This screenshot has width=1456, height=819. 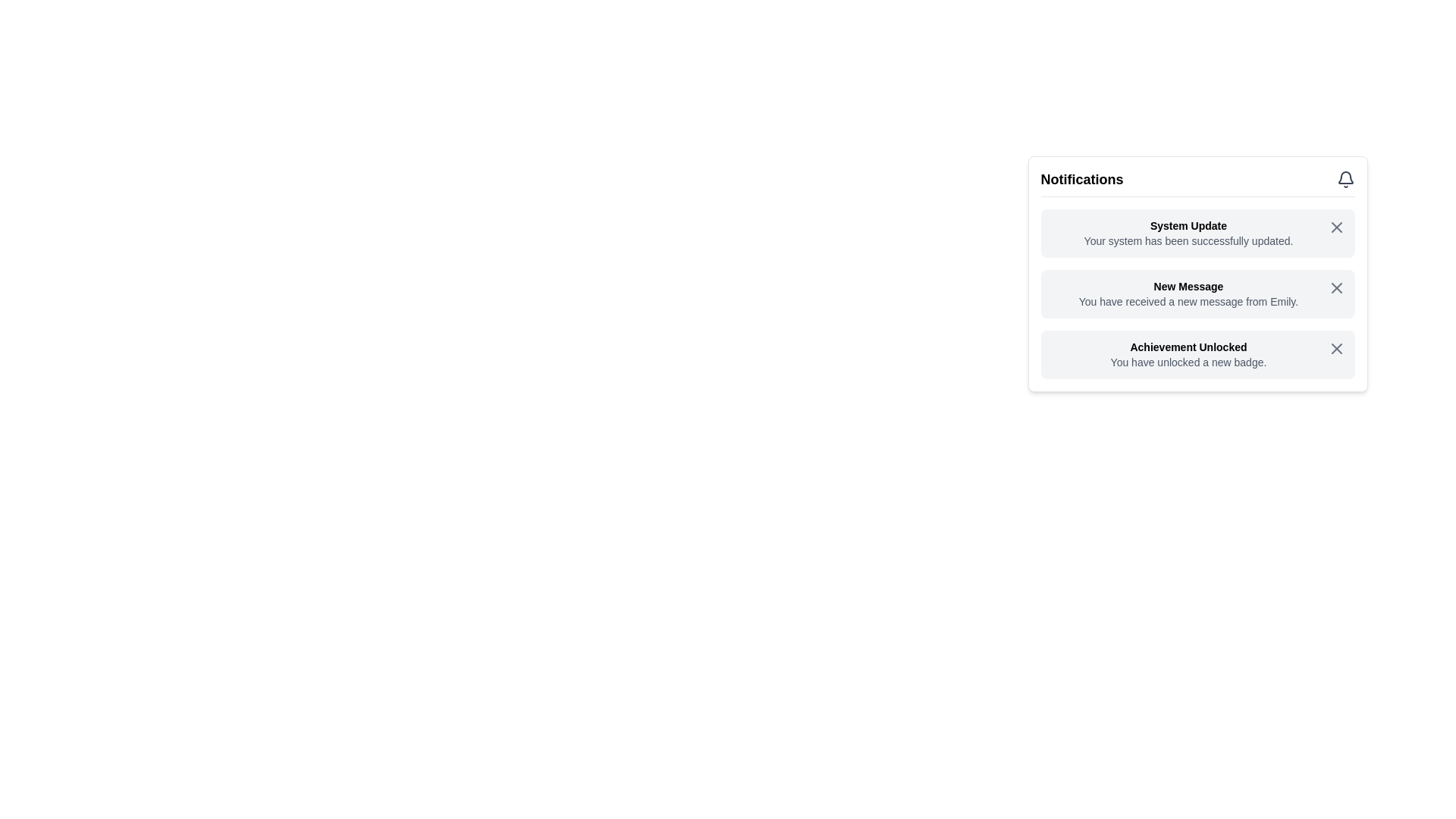 I want to click on the notification block titled 'New Message', so click(x=1197, y=294).